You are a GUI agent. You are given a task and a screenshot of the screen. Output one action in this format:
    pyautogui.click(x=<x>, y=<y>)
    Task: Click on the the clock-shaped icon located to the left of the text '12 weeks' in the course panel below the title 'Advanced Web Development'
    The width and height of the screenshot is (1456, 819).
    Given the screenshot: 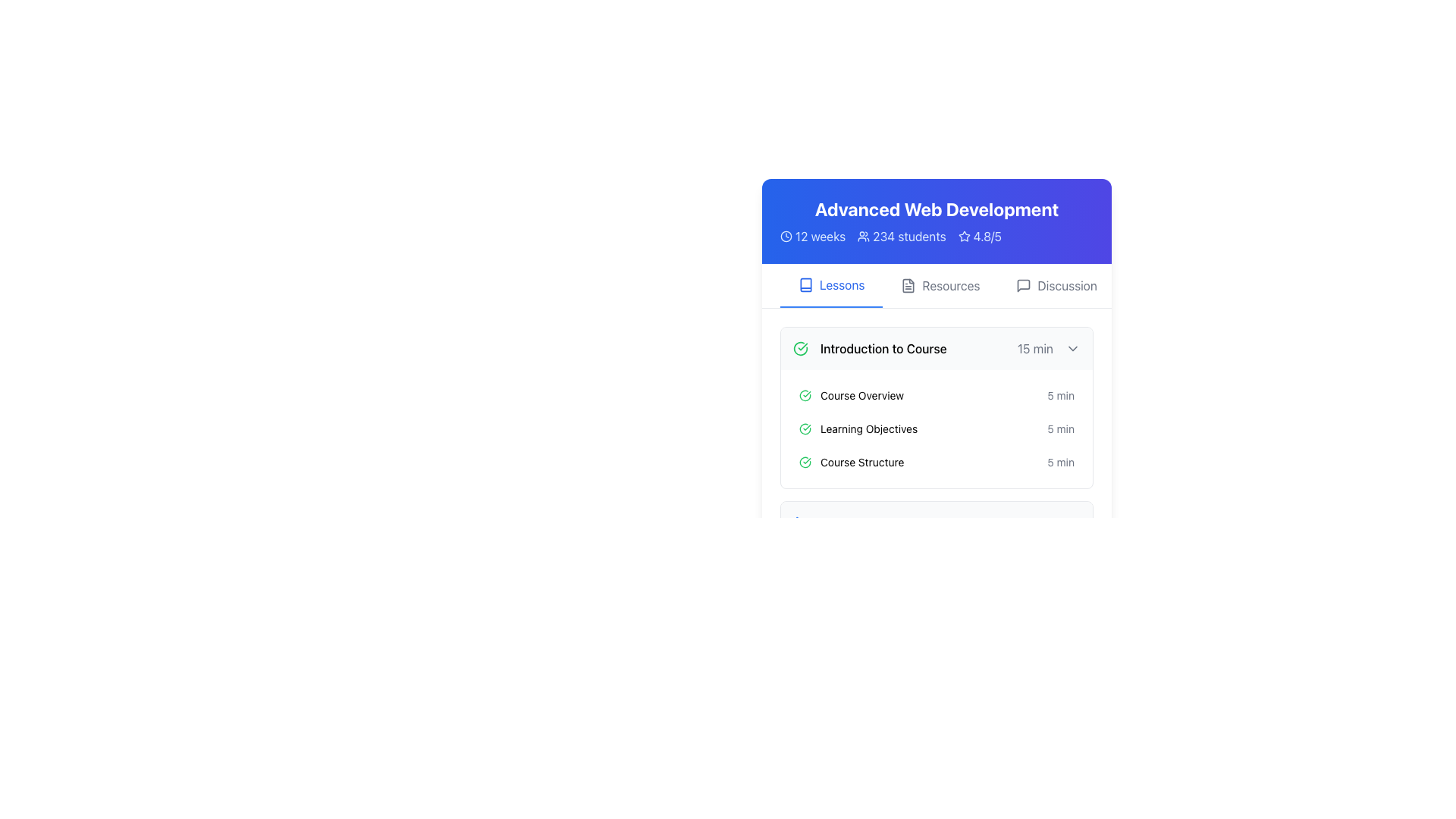 What is the action you would take?
    pyautogui.click(x=786, y=237)
    